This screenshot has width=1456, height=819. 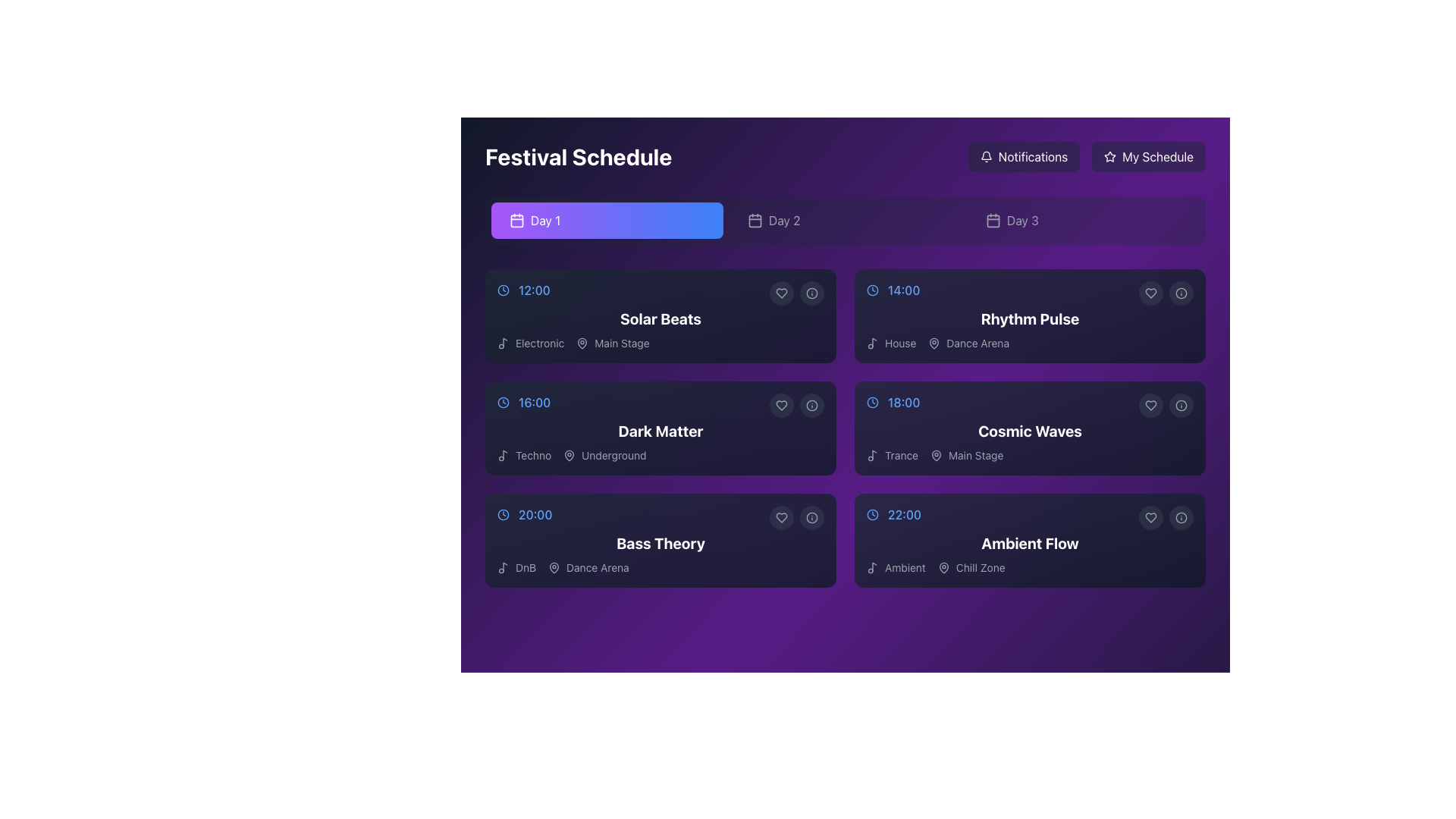 I want to click on the heart icon embedded within the circular button in the top-right corner of the 'Solar Beats' schedule box, so click(x=782, y=293).